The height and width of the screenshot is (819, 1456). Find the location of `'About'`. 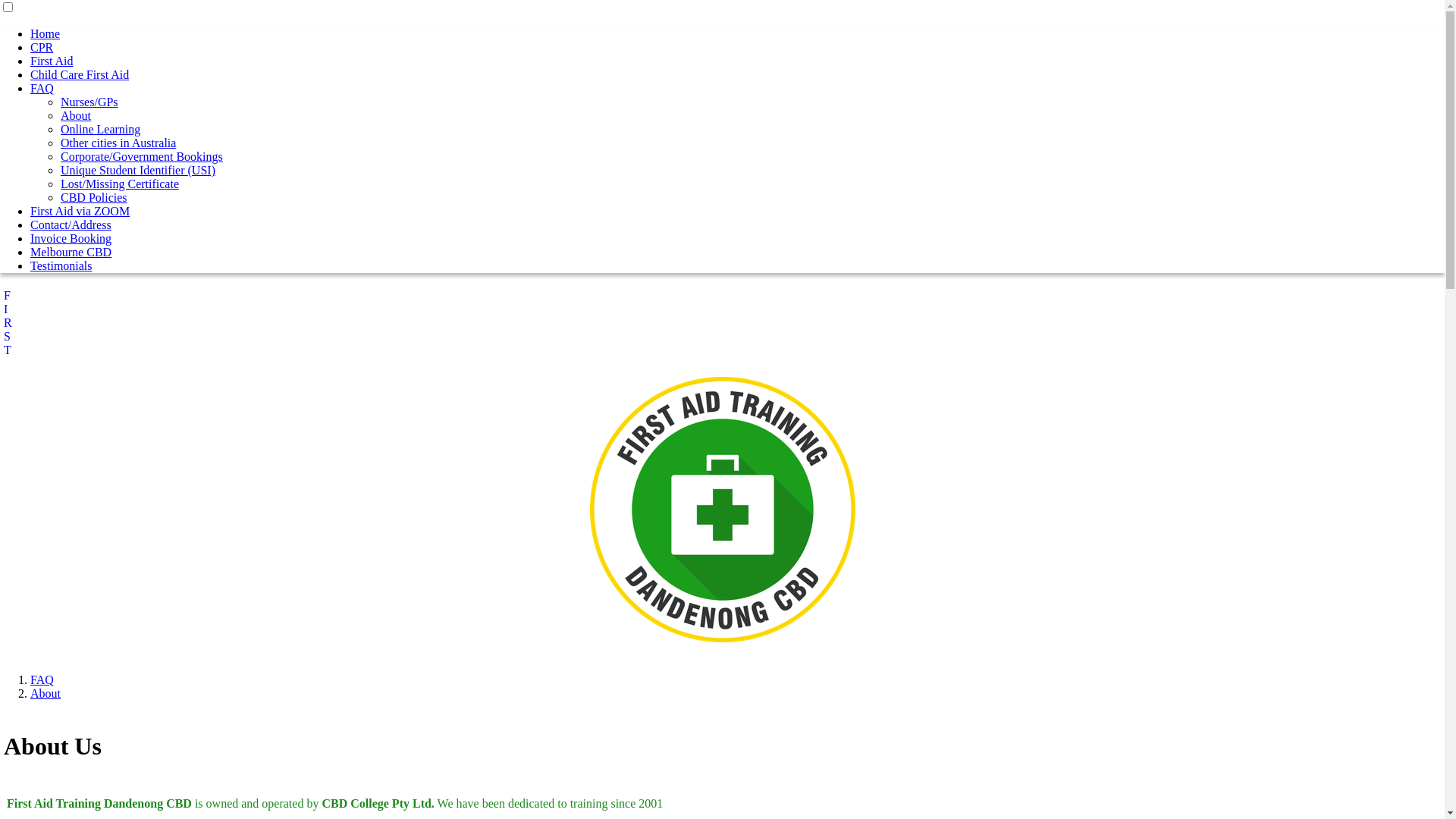

'About' is located at coordinates (75, 115).